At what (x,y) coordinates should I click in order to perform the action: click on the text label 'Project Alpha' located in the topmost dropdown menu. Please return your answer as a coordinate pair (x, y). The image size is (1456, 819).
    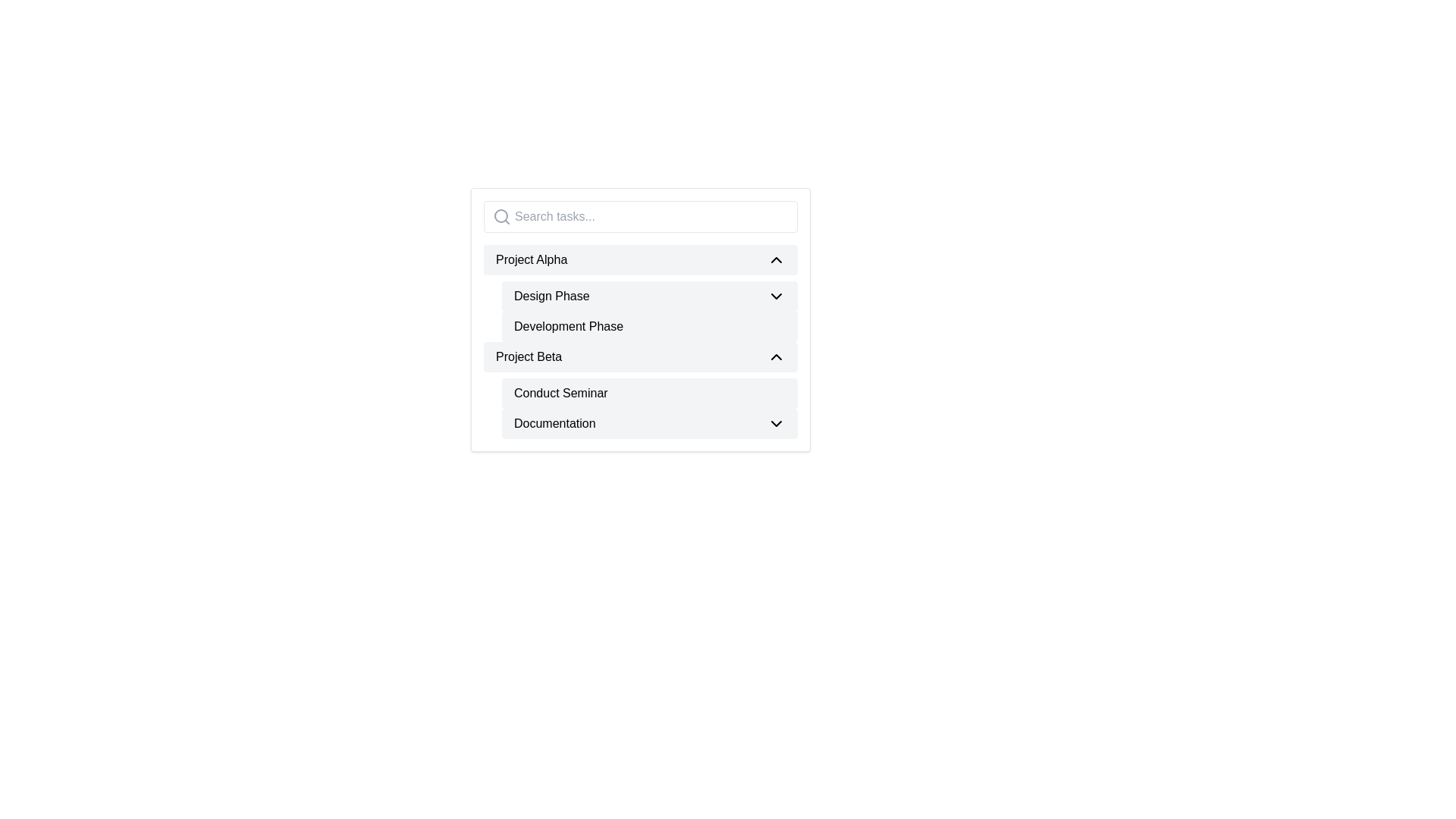
    Looking at the image, I should click on (532, 259).